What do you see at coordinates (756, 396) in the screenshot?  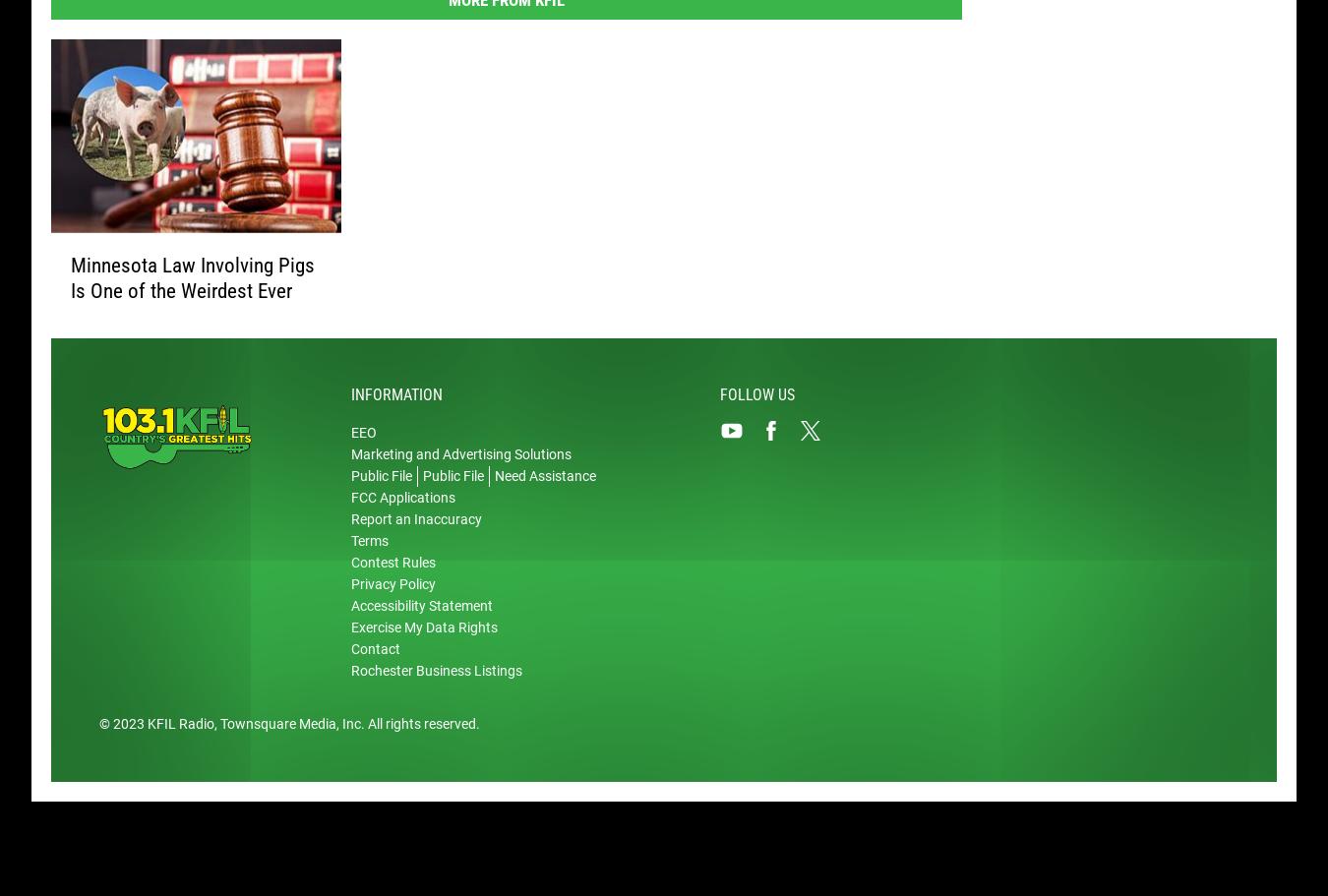 I see `'Follow Us'` at bounding box center [756, 396].